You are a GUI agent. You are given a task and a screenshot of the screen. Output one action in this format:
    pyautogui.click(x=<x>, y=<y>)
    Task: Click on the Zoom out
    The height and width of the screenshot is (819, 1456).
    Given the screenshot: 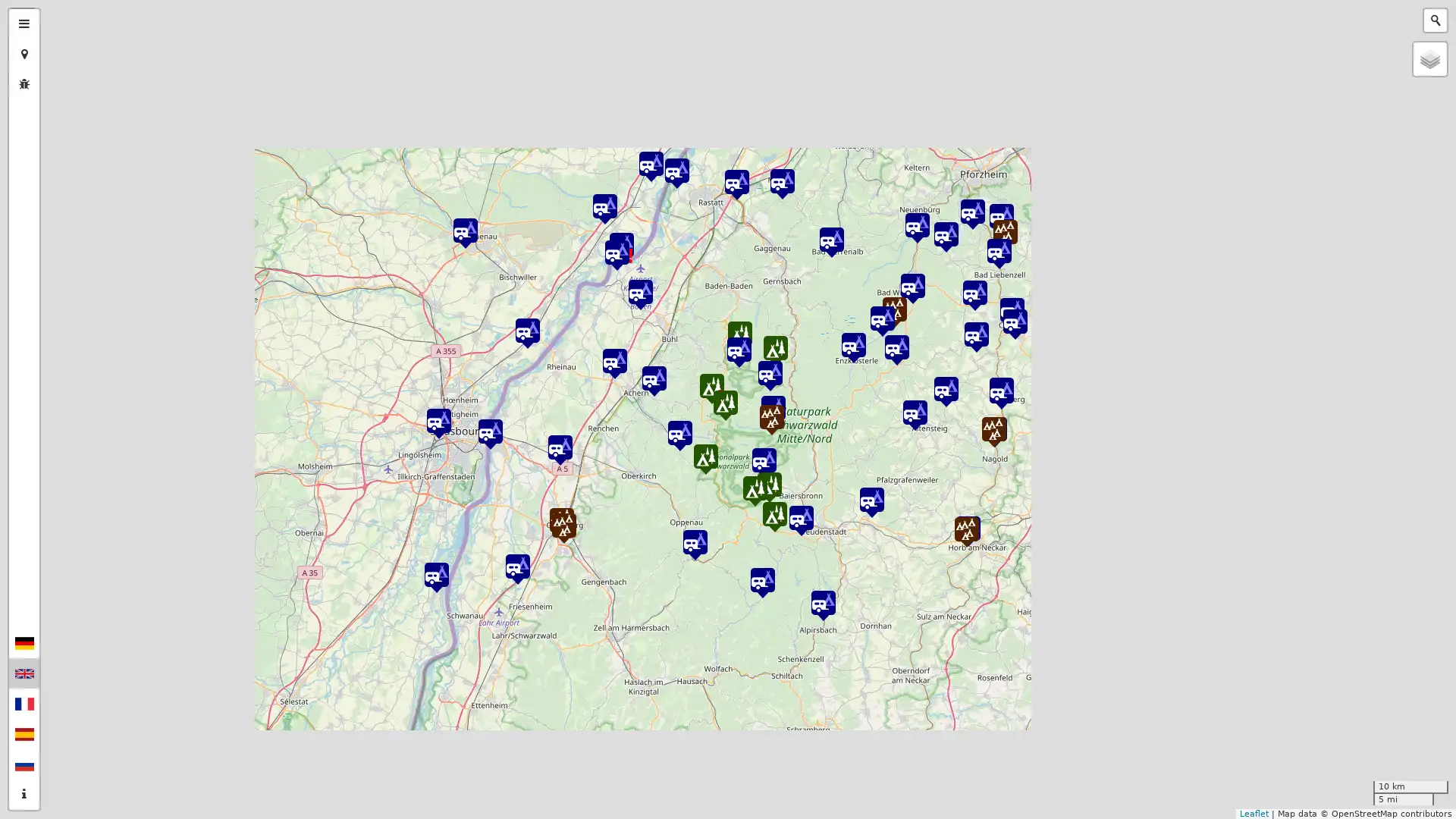 What is the action you would take?
    pyautogui.click(x=58, y=42)
    